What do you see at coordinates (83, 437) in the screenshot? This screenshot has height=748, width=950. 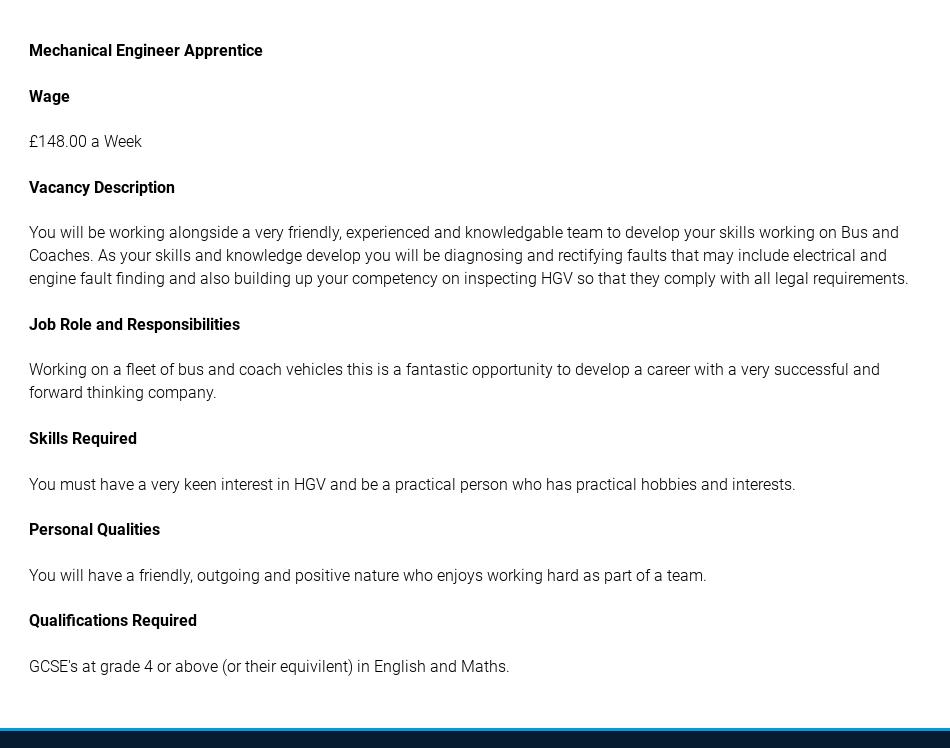 I see `'Skills Required'` at bounding box center [83, 437].